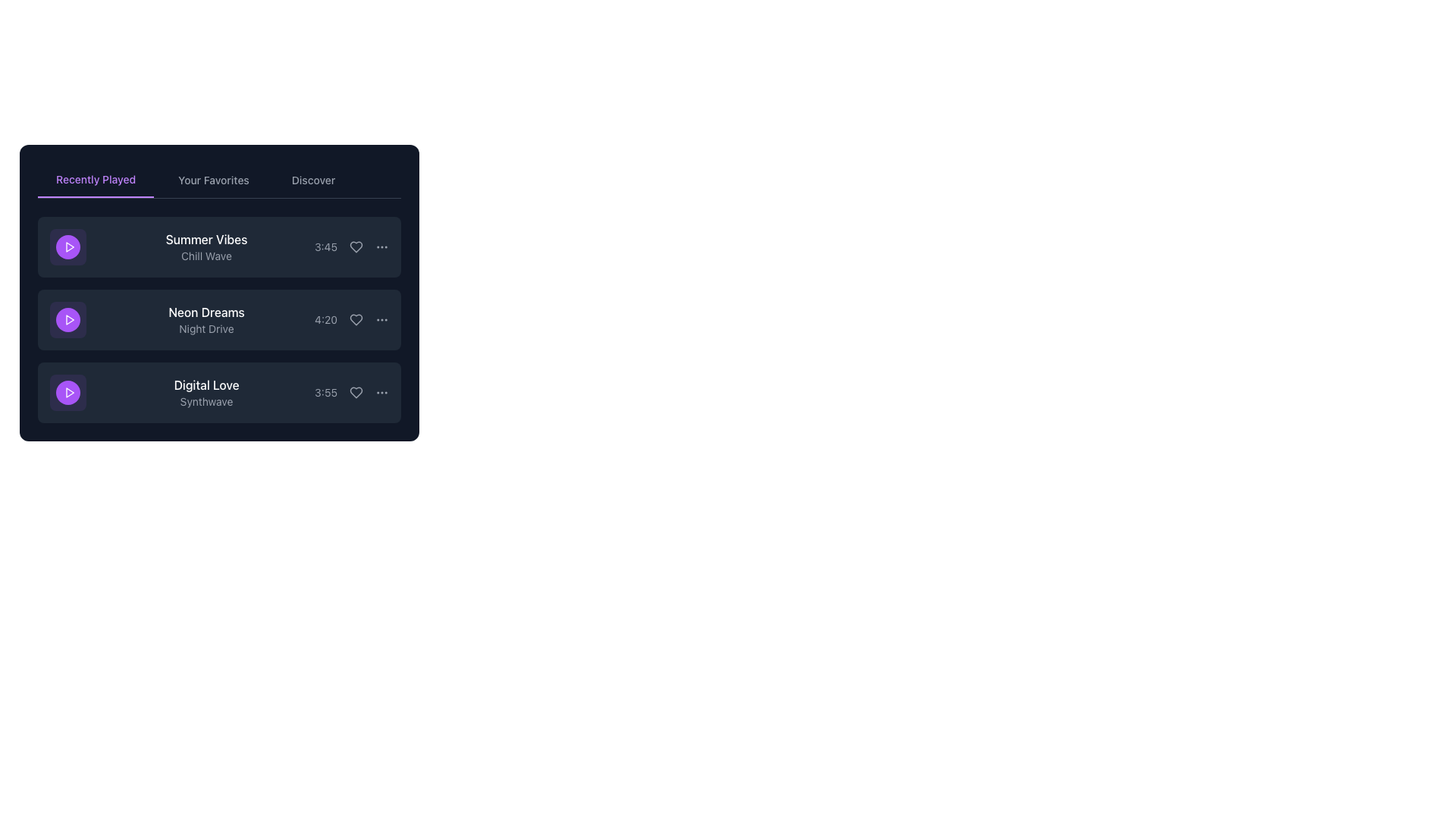  I want to click on the 'Discover' navigation button located at the top-right corner of the navigation bar to change its color, so click(312, 180).